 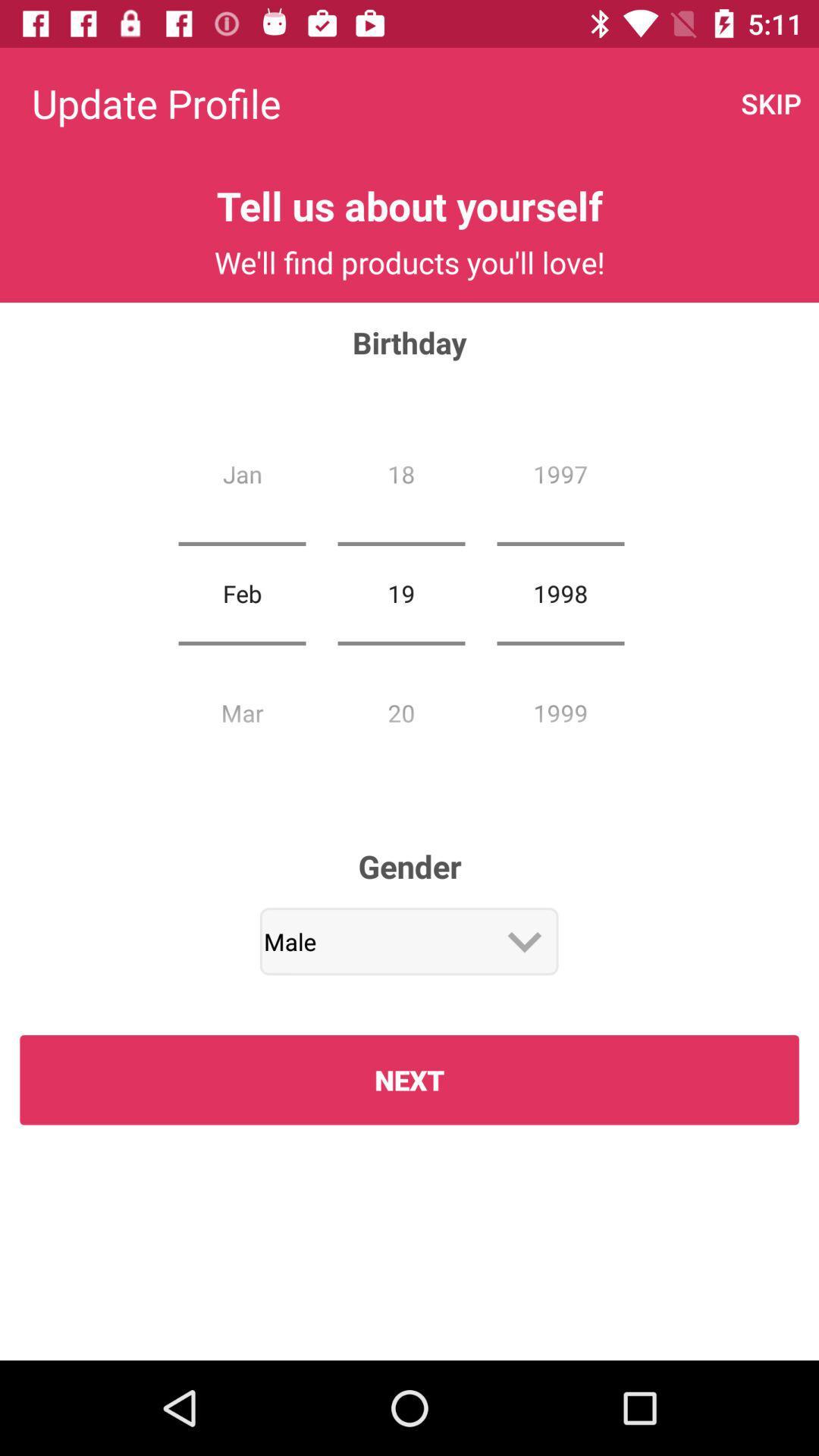 What do you see at coordinates (560, 592) in the screenshot?
I see `icon to the right of the 19` at bounding box center [560, 592].